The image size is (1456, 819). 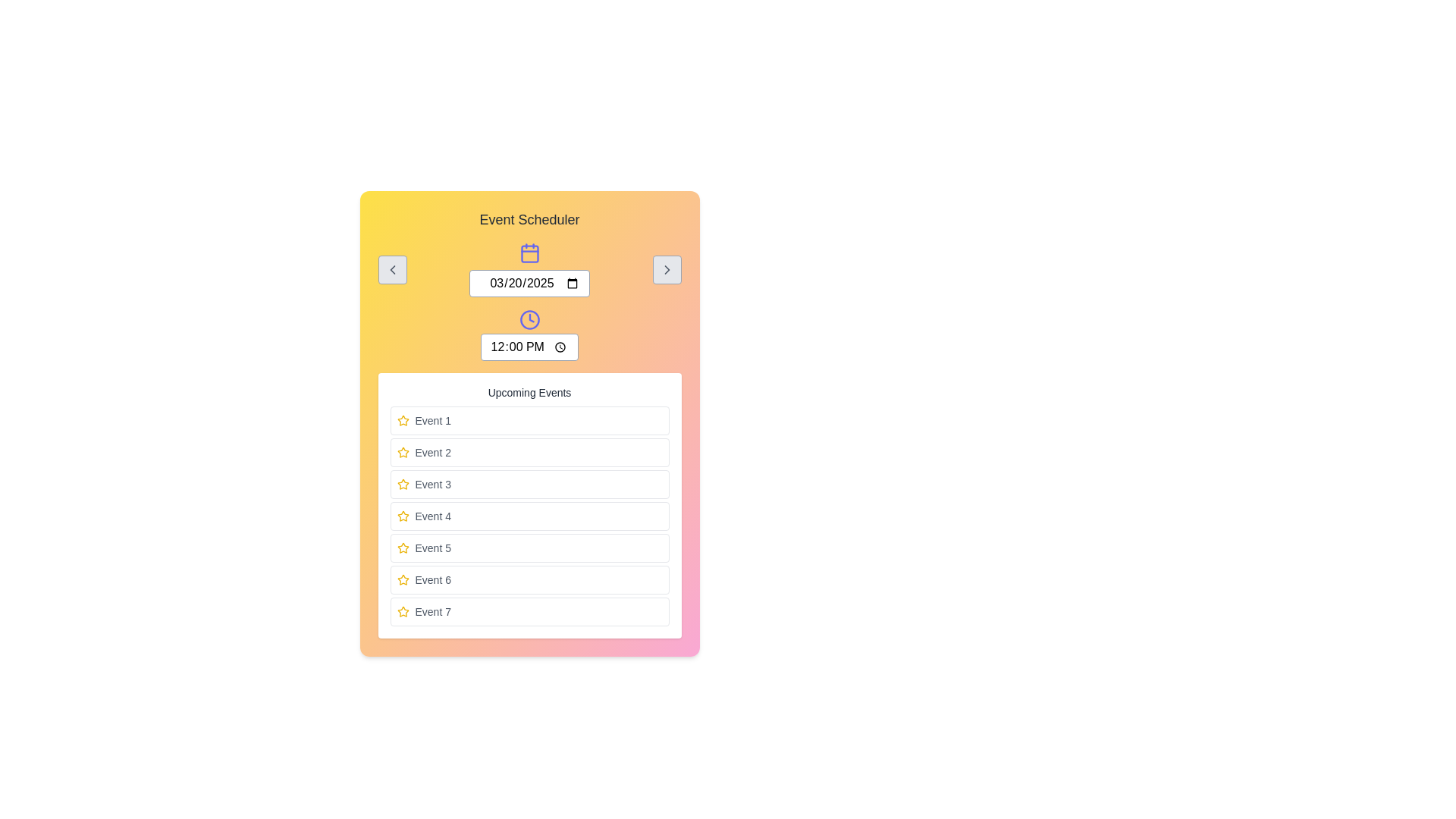 What do you see at coordinates (403, 579) in the screenshot?
I see `the star icon located in the sixth row of the 'Upcoming Events' list to mark 'Event 6' as important or starred` at bounding box center [403, 579].